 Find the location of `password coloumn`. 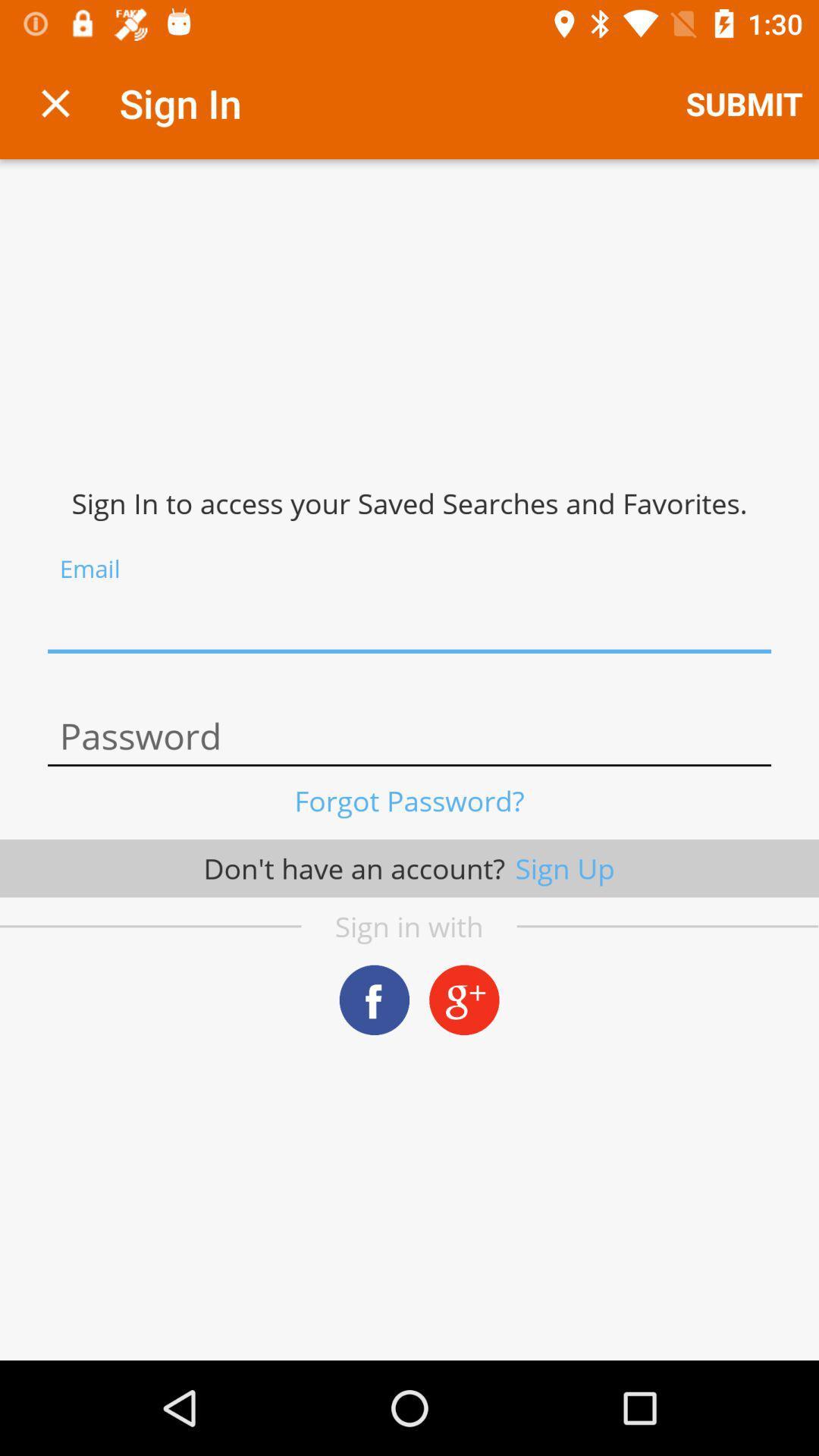

password coloumn is located at coordinates (409, 736).